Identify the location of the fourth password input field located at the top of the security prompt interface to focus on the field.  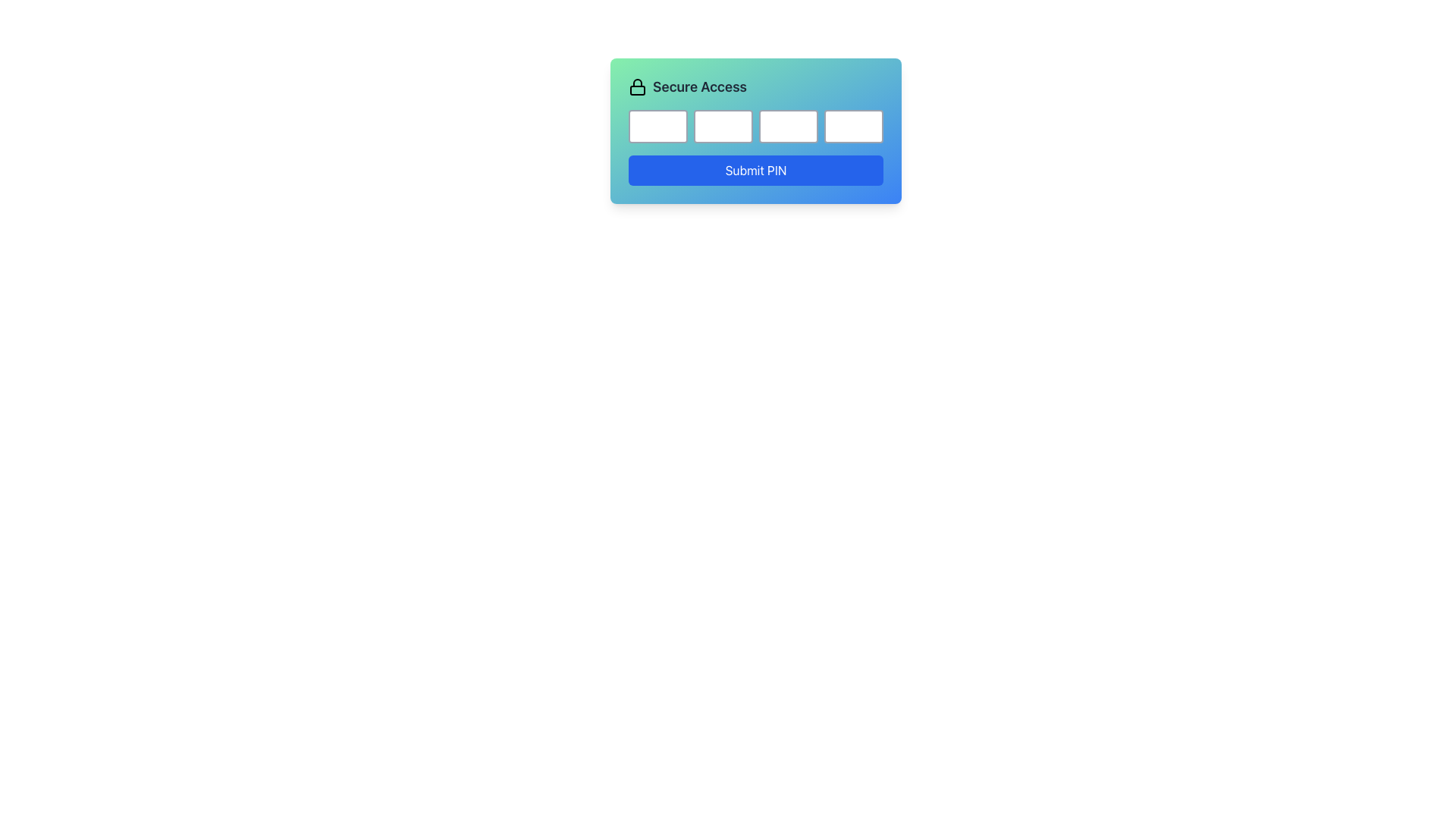
(854, 125).